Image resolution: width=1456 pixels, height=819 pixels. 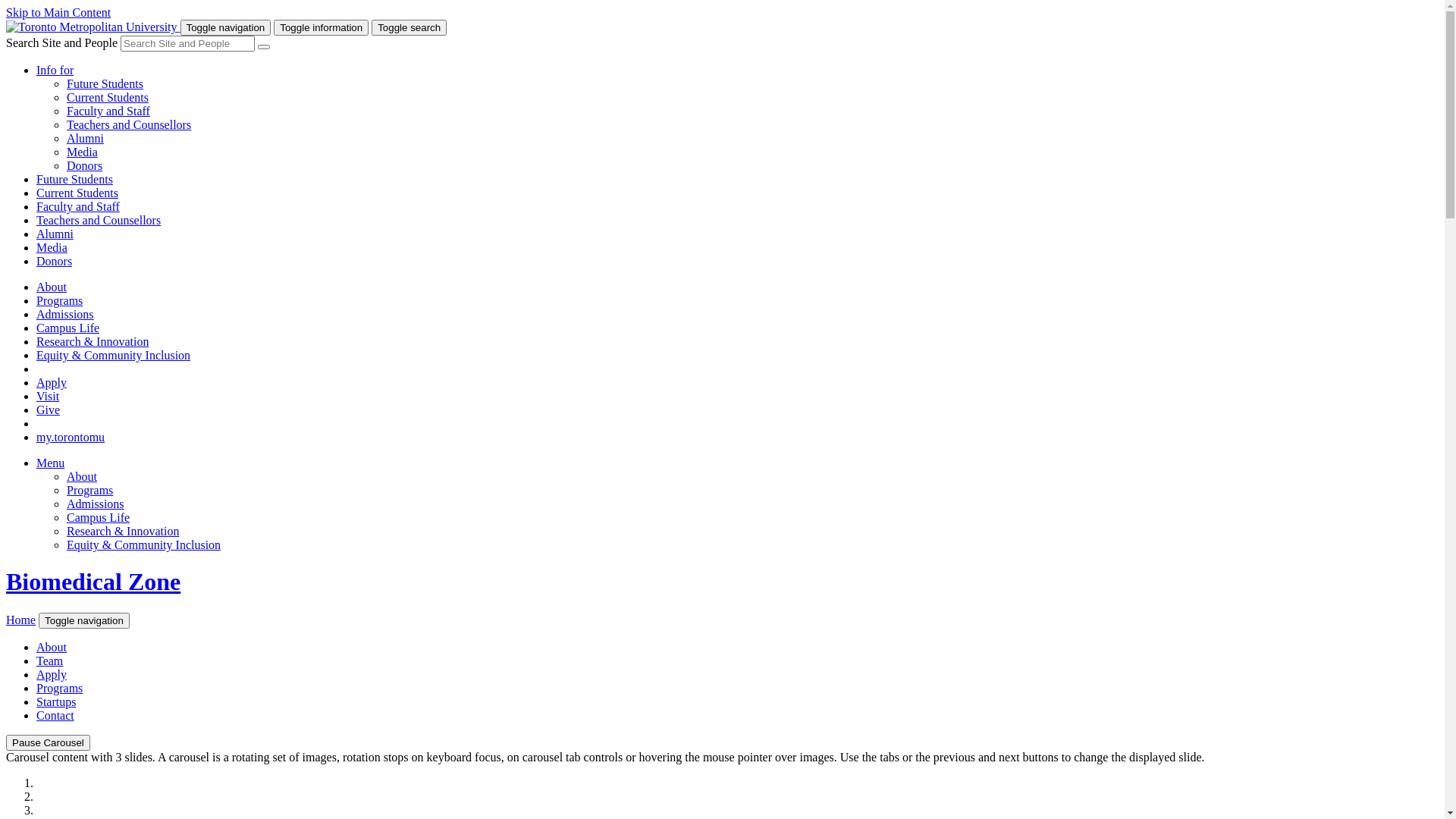 I want to click on 'Menu', so click(x=50, y=462).